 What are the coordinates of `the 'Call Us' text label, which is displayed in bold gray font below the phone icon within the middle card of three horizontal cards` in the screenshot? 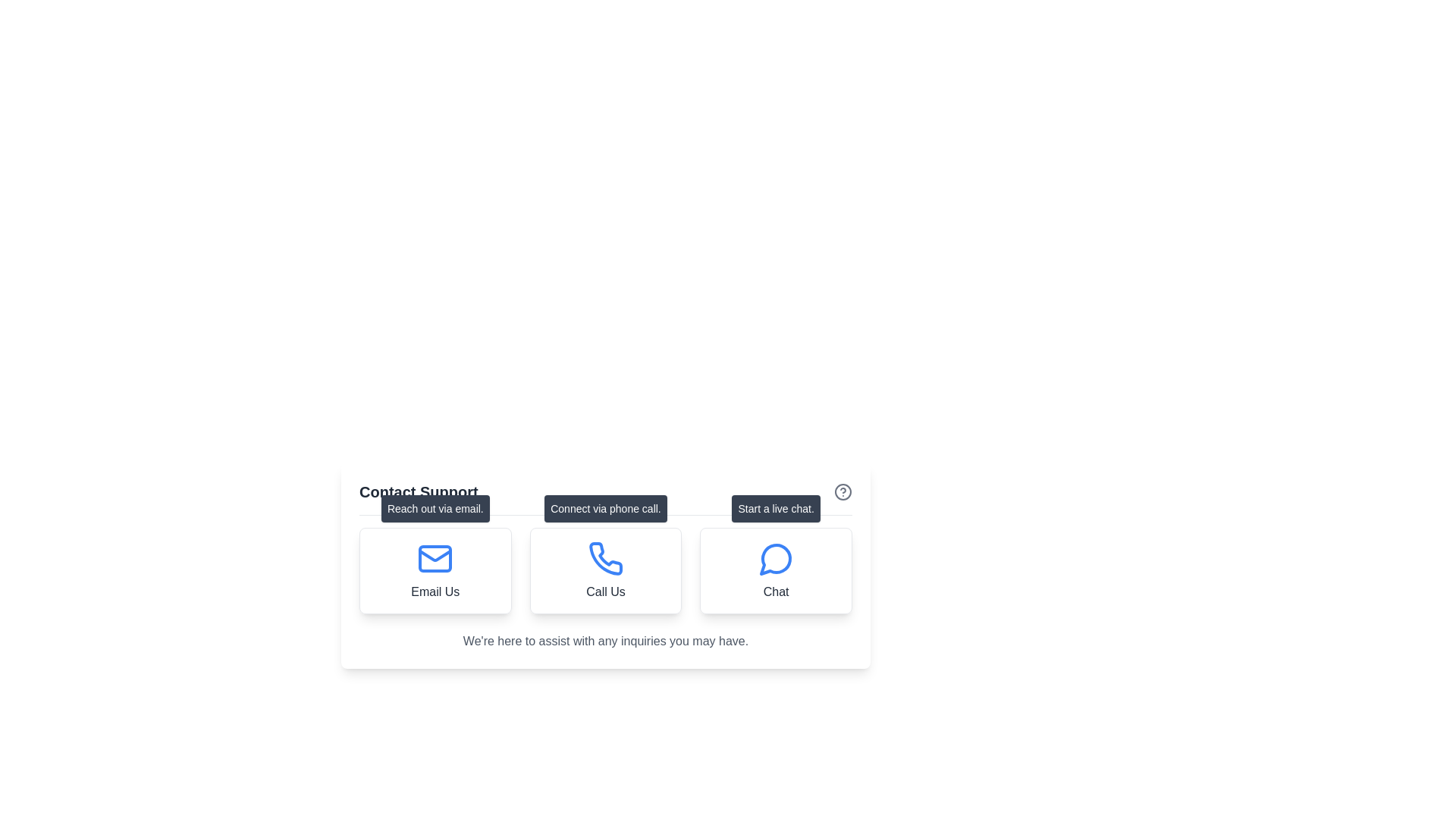 It's located at (604, 591).